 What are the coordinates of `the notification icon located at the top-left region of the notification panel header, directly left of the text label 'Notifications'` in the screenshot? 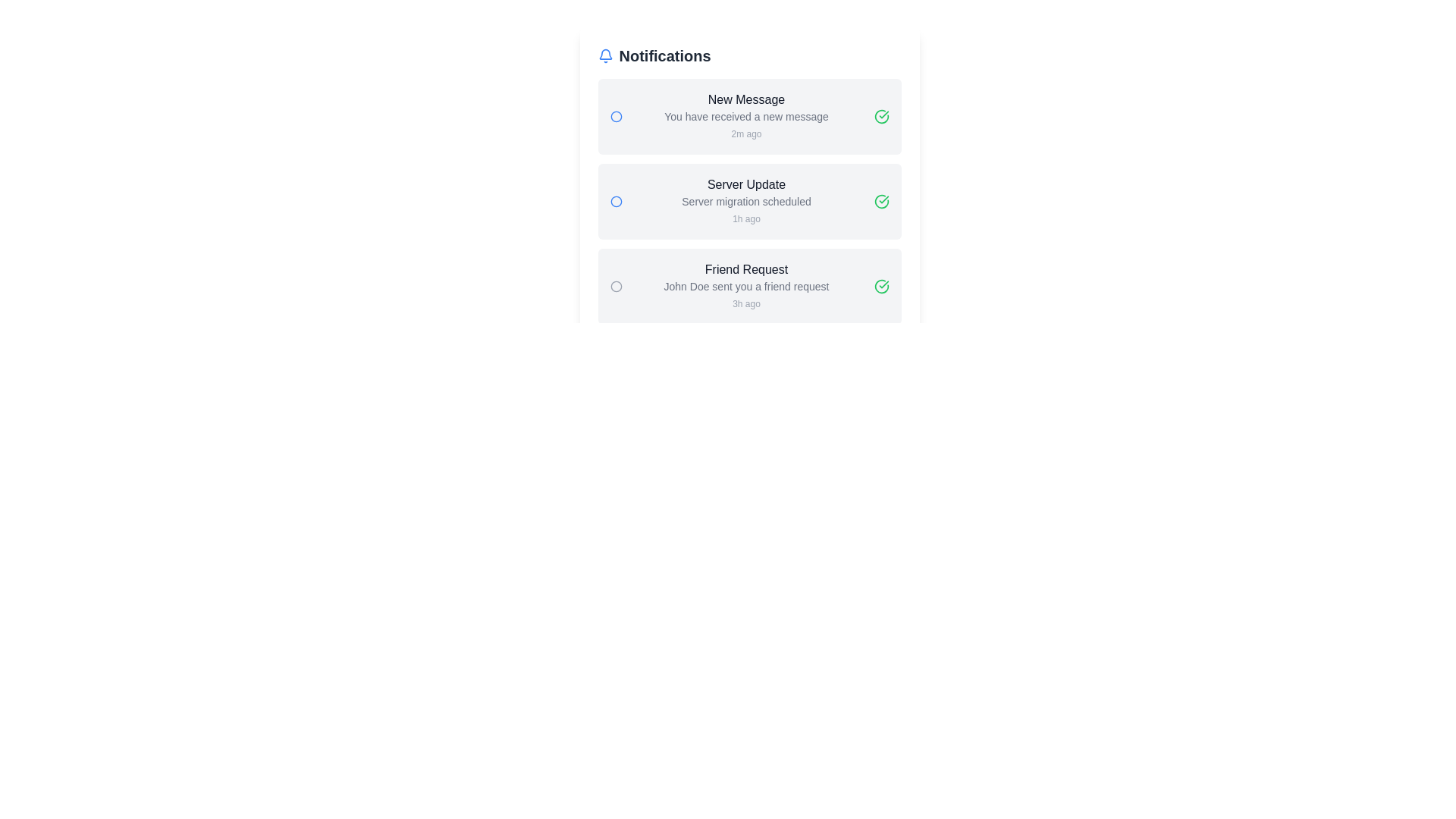 It's located at (604, 55).